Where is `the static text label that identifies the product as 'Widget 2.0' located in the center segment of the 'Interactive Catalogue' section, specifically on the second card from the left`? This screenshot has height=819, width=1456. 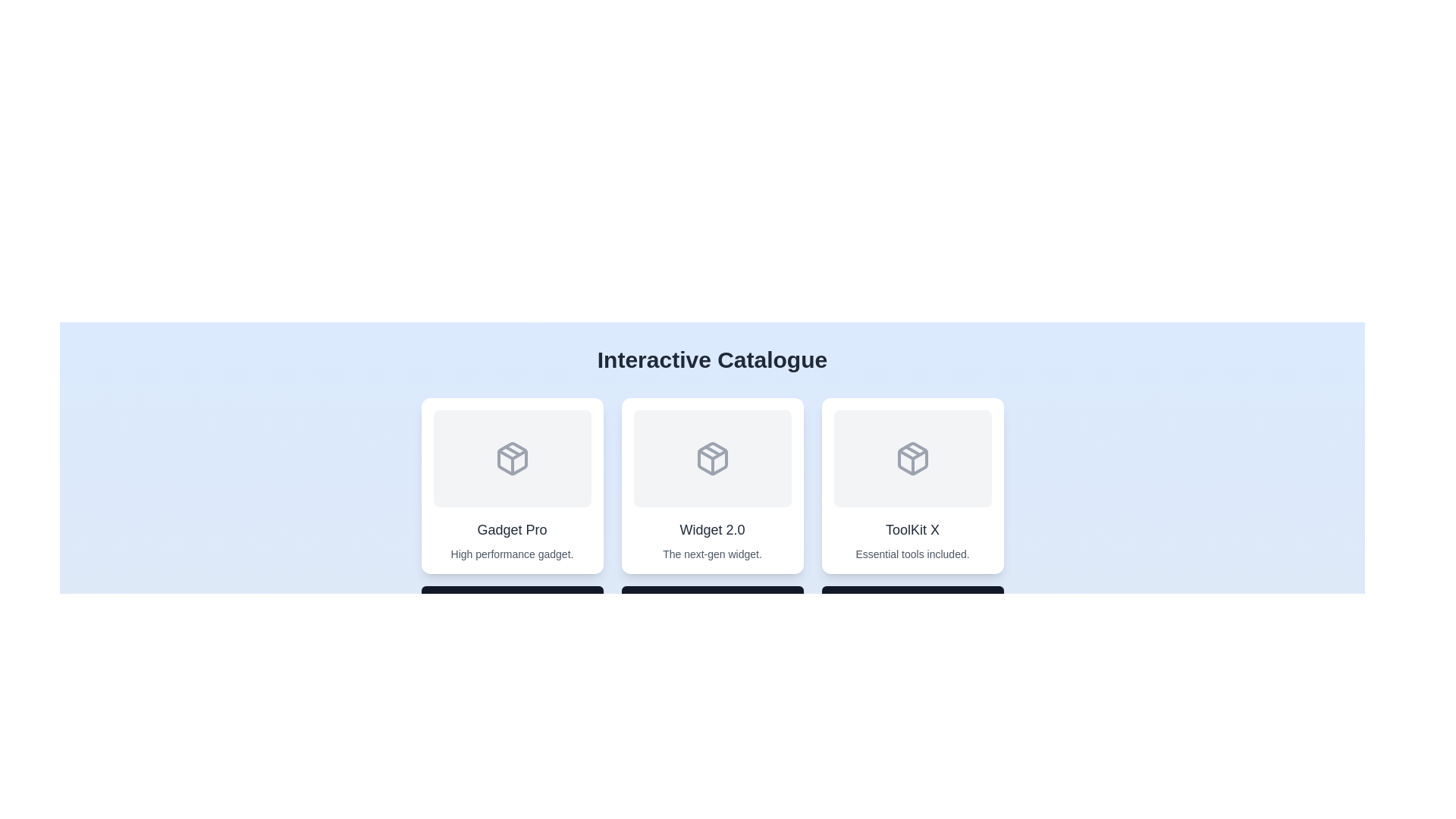
the static text label that identifies the product as 'Widget 2.0' located in the center segment of the 'Interactive Catalogue' section, specifically on the second card from the left is located at coordinates (711, 529).